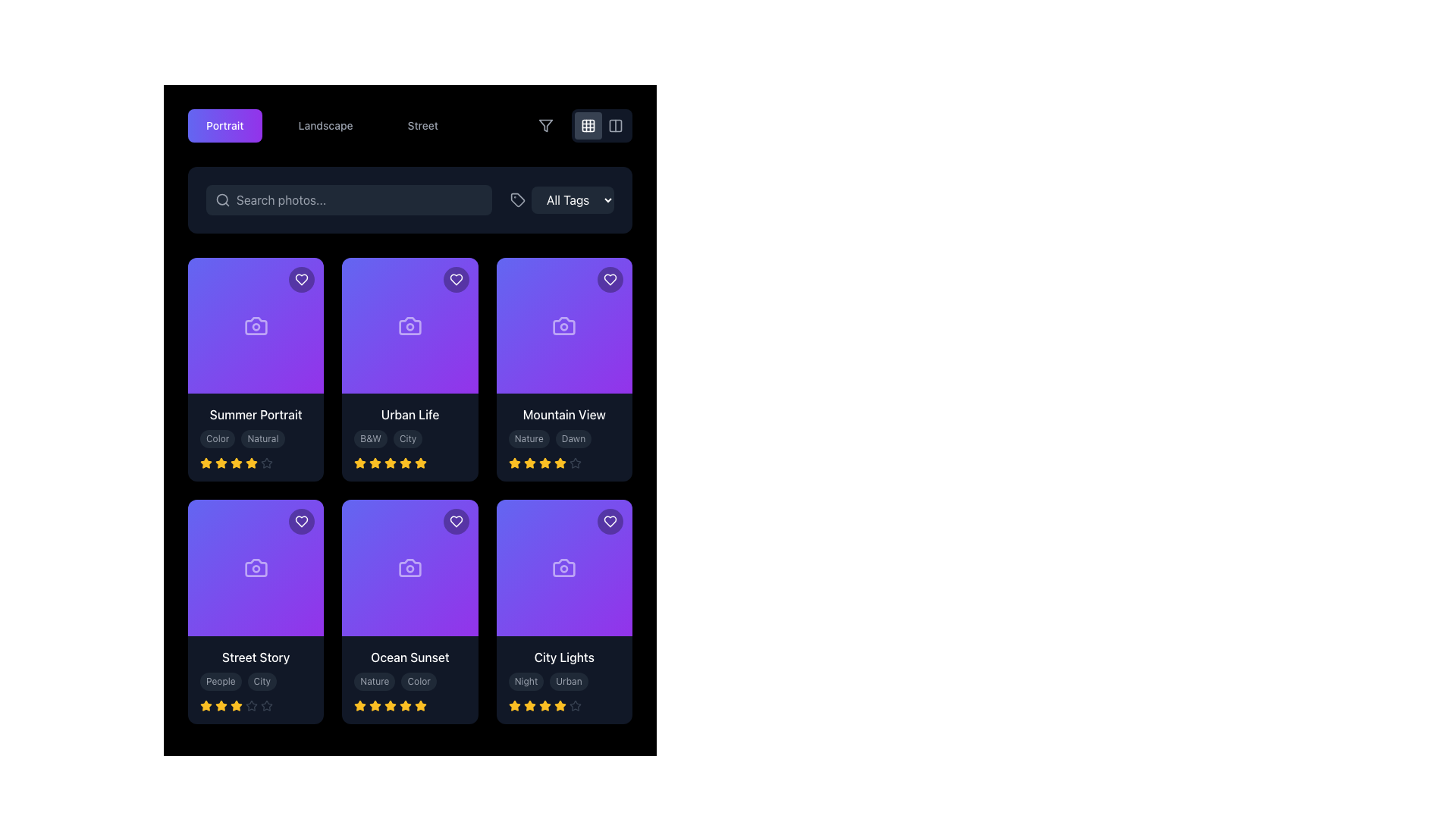 The image size is (1456, 819). Describe the element at coordinates (359, 705) in the screenshot. I see `the first star icon in the rating system under the 'Ocean Sunset' photo card` at that location.